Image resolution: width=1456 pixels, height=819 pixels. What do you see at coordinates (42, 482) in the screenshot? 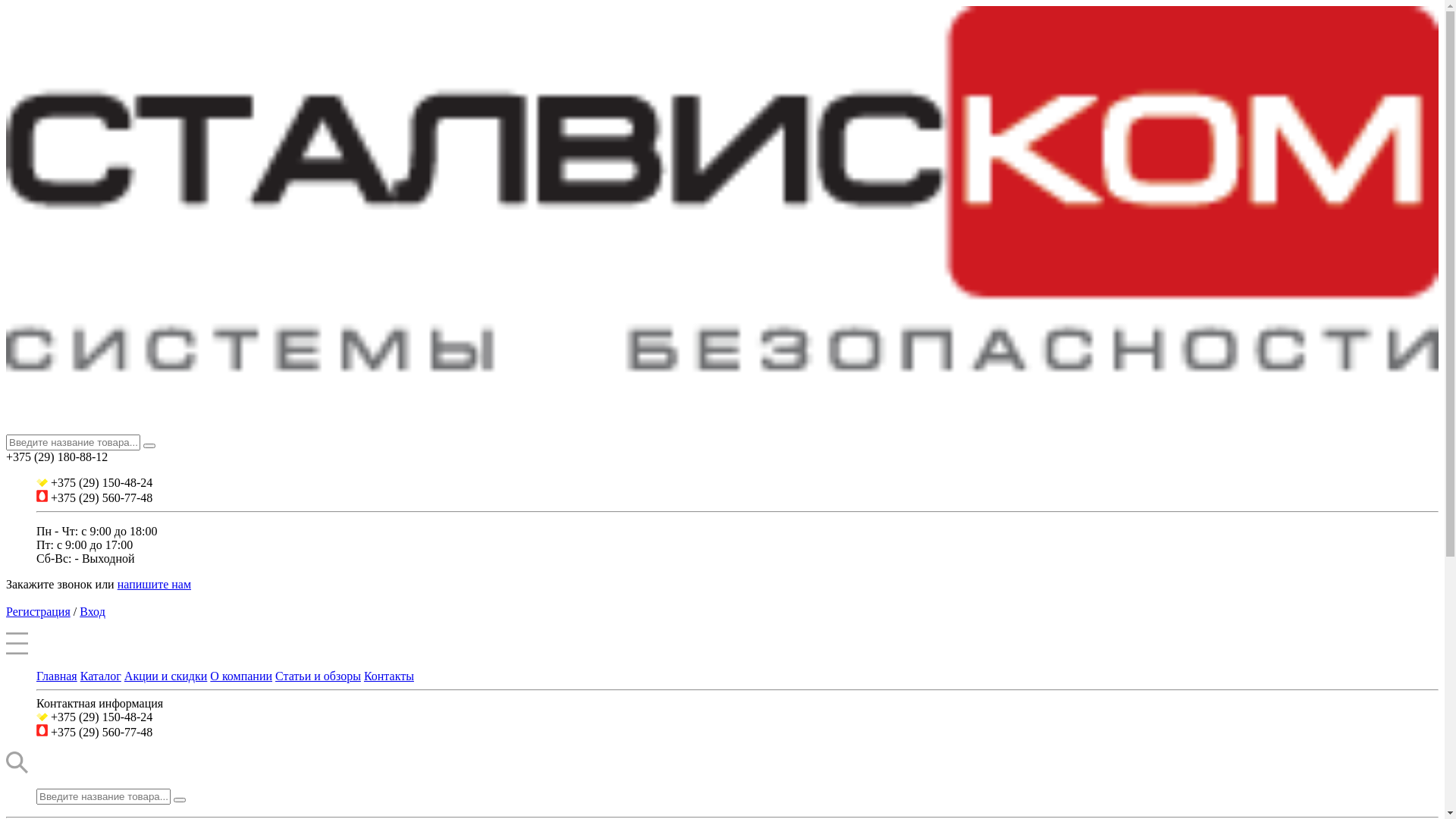
I see `'velcom'` at bounding box center [42, 482].